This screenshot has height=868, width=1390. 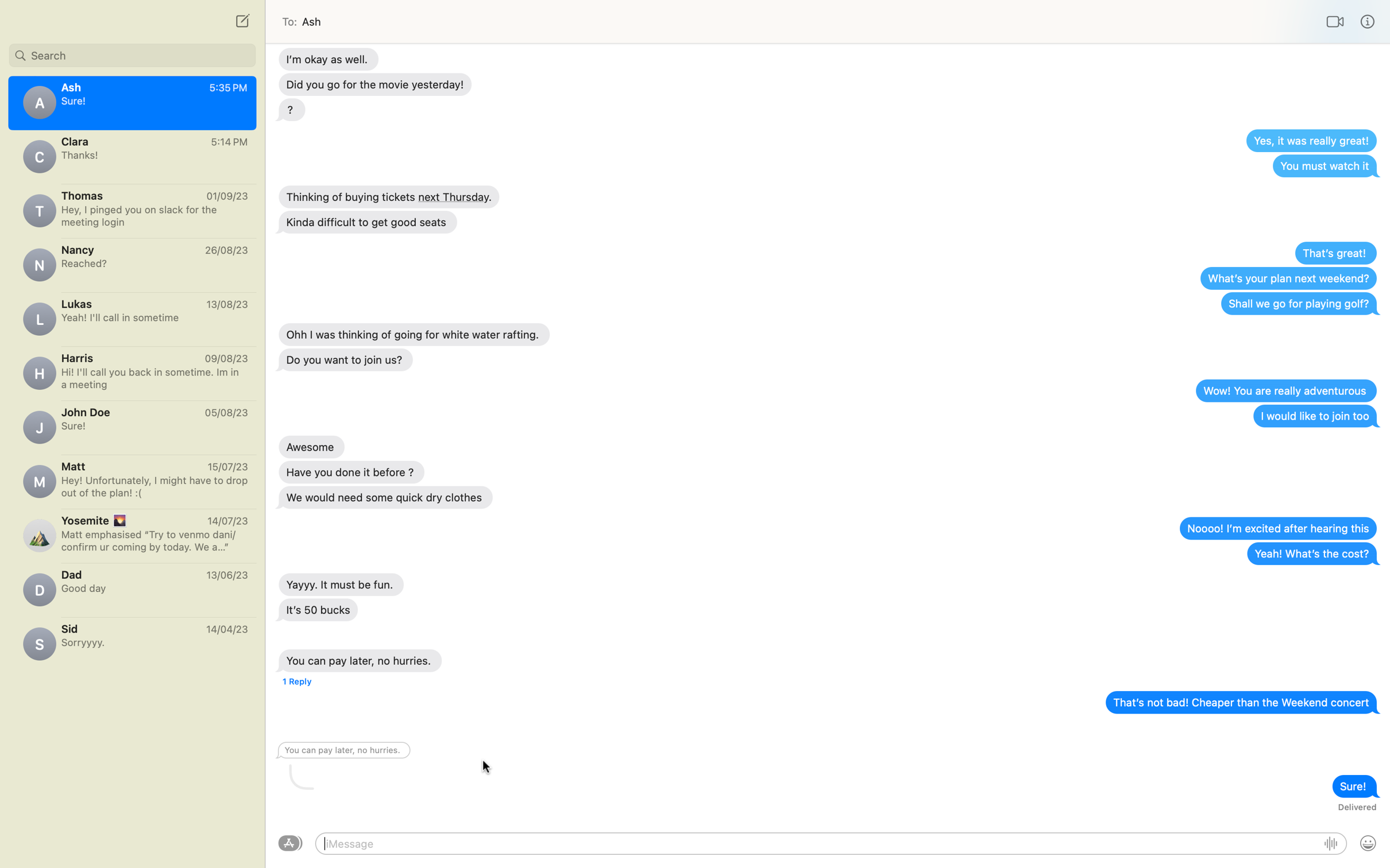 What do you see at coordinates (132, 156) in the screenshot?
I see `Compose a message to Clara stating "I watched the film and it was amazing!` at bounding box center [132, 156].